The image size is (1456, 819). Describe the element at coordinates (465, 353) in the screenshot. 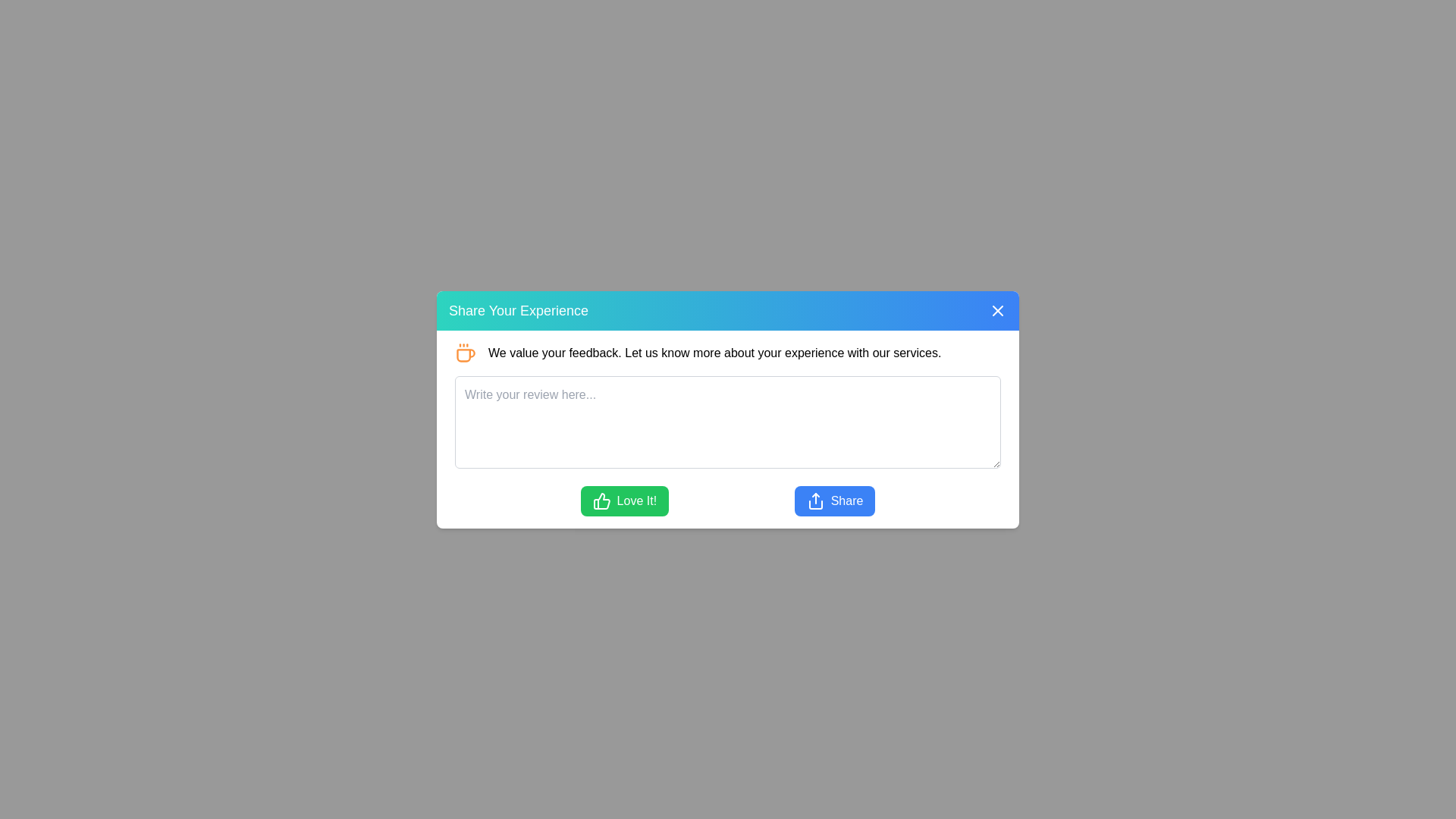

I see `the decorative icon positioned to the left of the feedback text, symbolizing a relaxing environment` at that location.